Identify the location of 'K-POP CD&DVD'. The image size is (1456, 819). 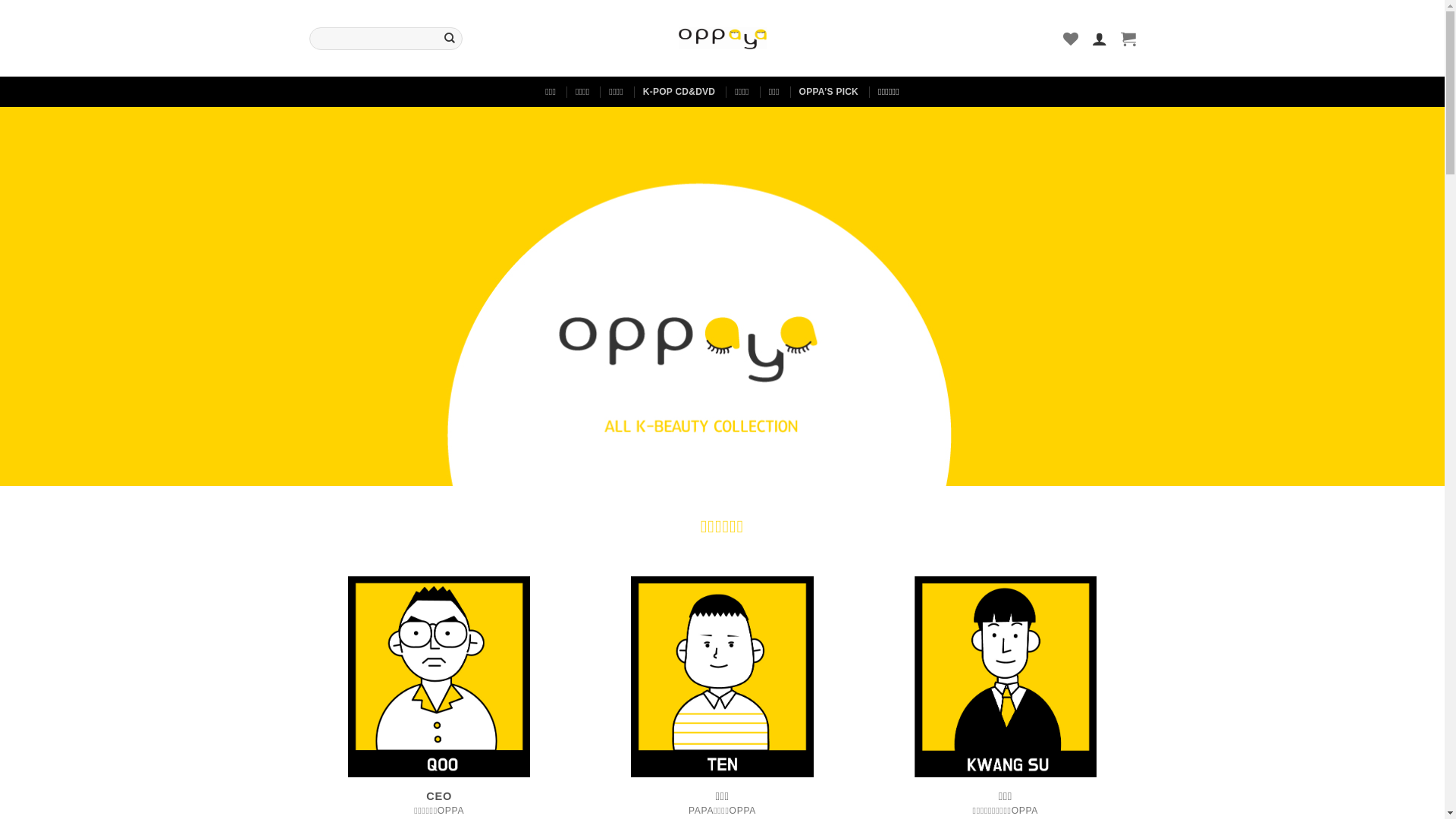
(678, 91).